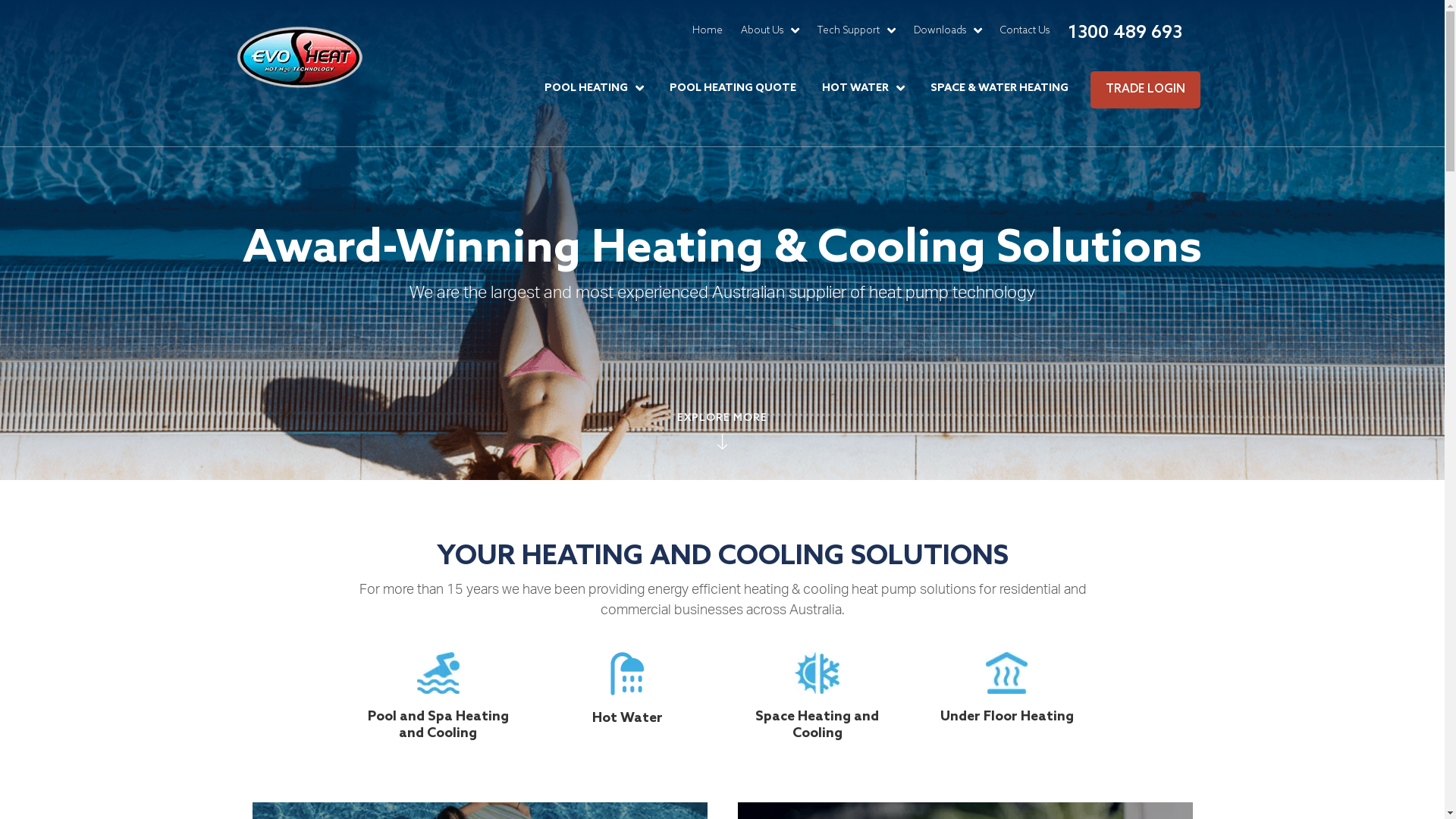 Image resolution: width=1456 pixels, height=819 pixels. What do you see at coordinates (769, 30) in the screenshot?
I see `'About Us'` at bounding box center [769, 30].